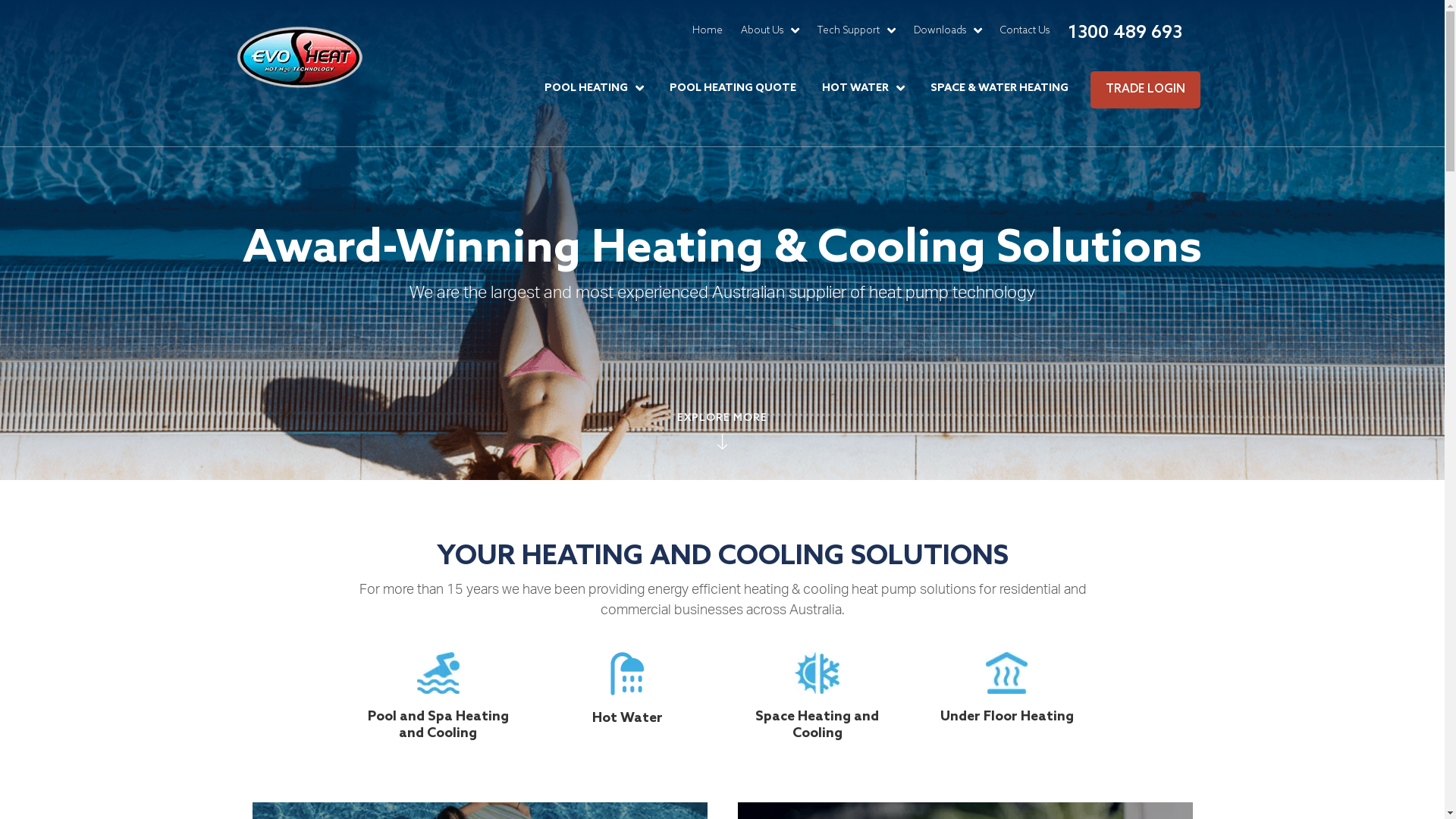 Image resolution: width=1456 pixels, height=819 pixels. What do you see at coordinates (769, 30) in the screenshot?
I see `'About Us'` at bounding box center [769, 30].